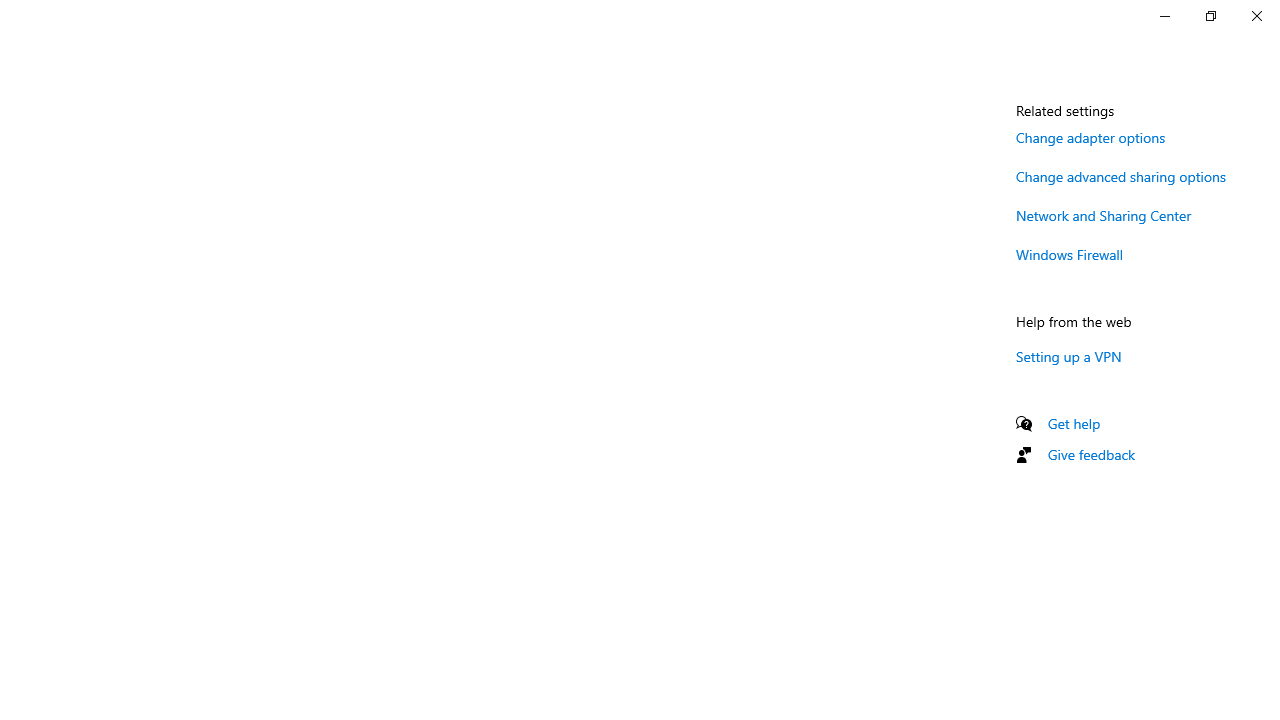 The image size is (1280, 720). What do you see at coordinates (1121, 175) in the screenshot?
I see `'Change advanced sharing options'` at bounding box center [1121, 175].